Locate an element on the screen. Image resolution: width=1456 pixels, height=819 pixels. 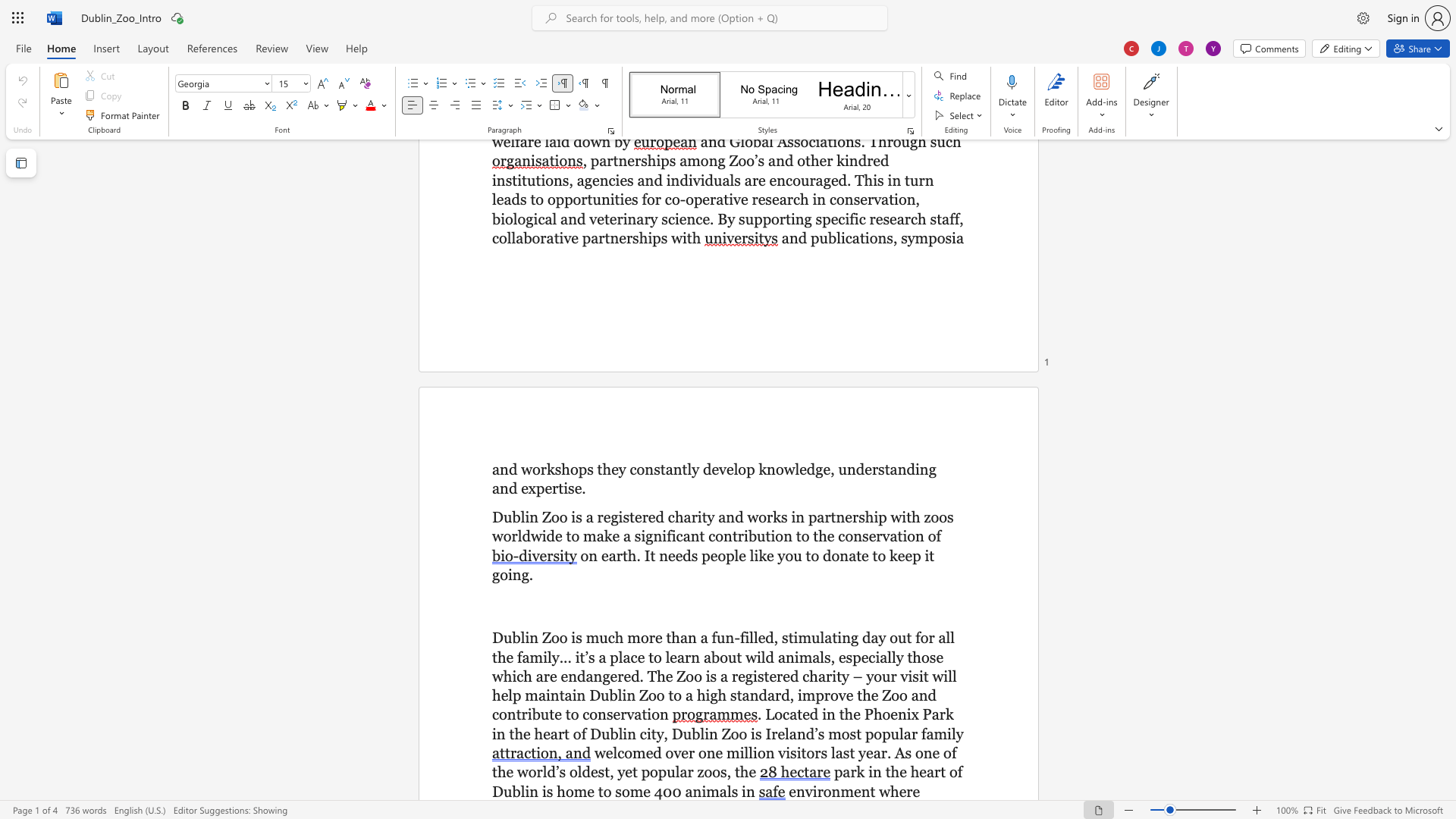
the 2th character "t" in the text is located at coordinates (663, 468).